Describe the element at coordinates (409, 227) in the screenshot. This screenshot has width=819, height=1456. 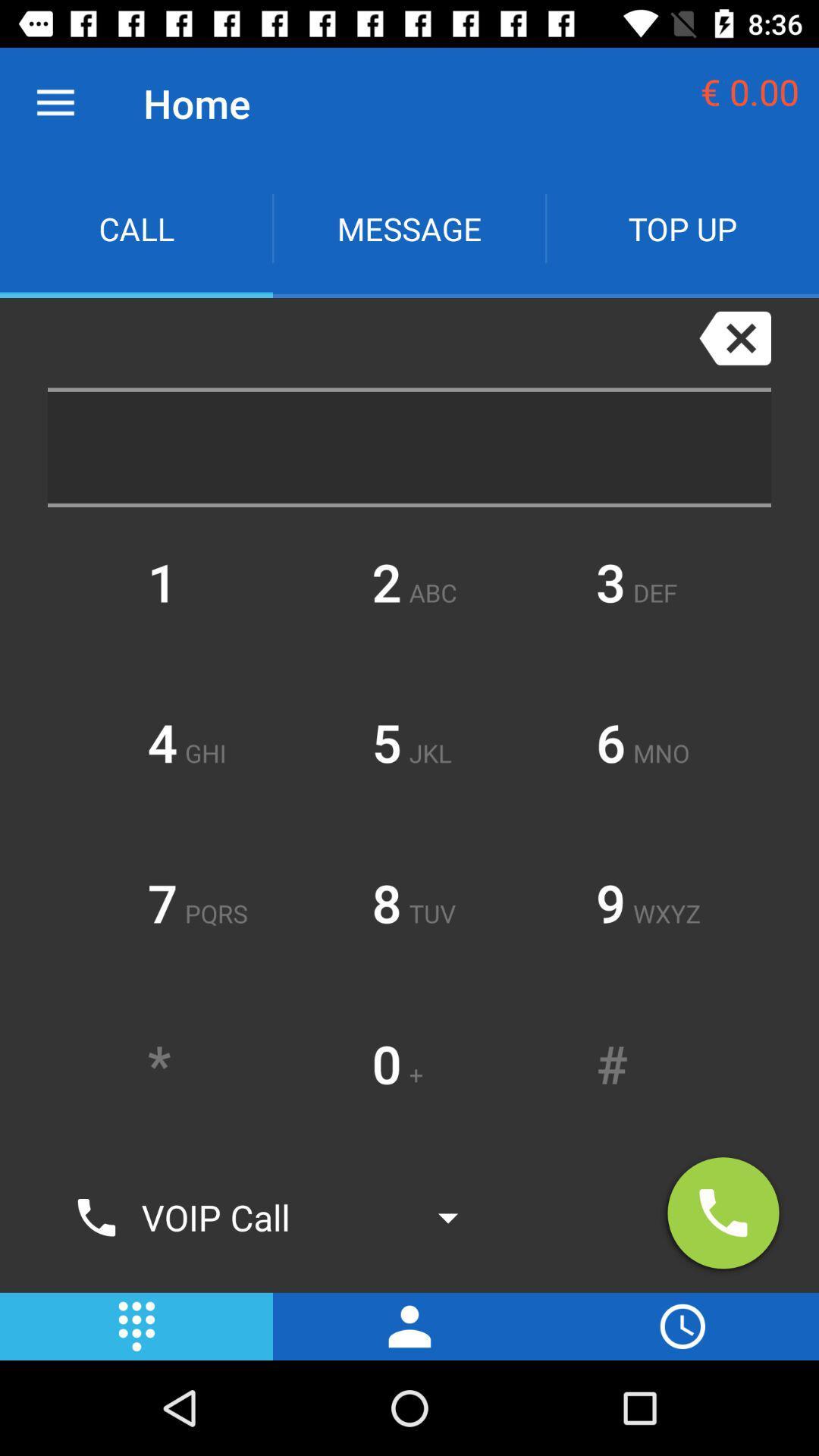
I see `icon next to top up` at that location.